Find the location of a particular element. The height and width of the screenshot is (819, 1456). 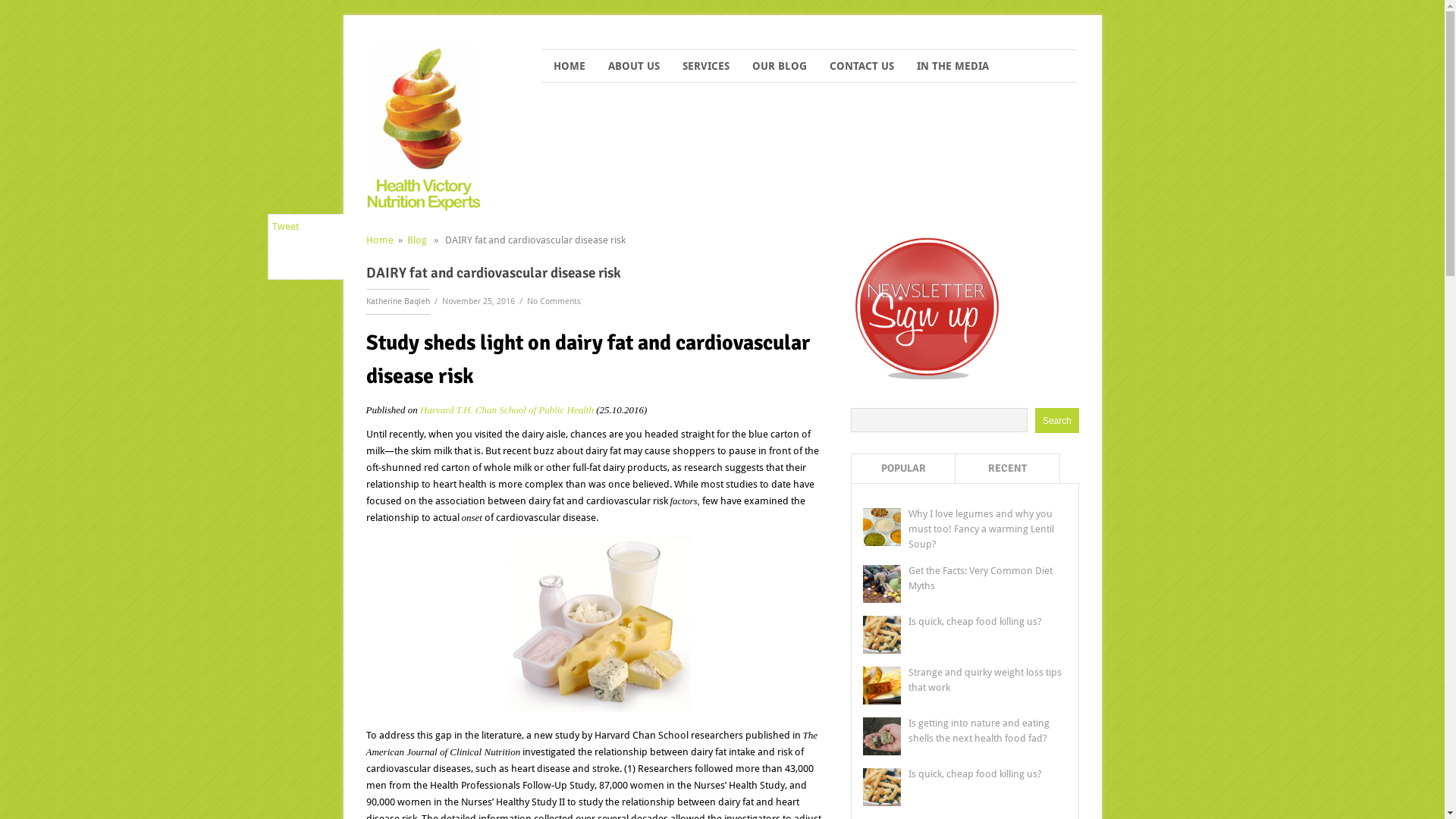

'OUR BLOG' is located at coordinates (779, 65).